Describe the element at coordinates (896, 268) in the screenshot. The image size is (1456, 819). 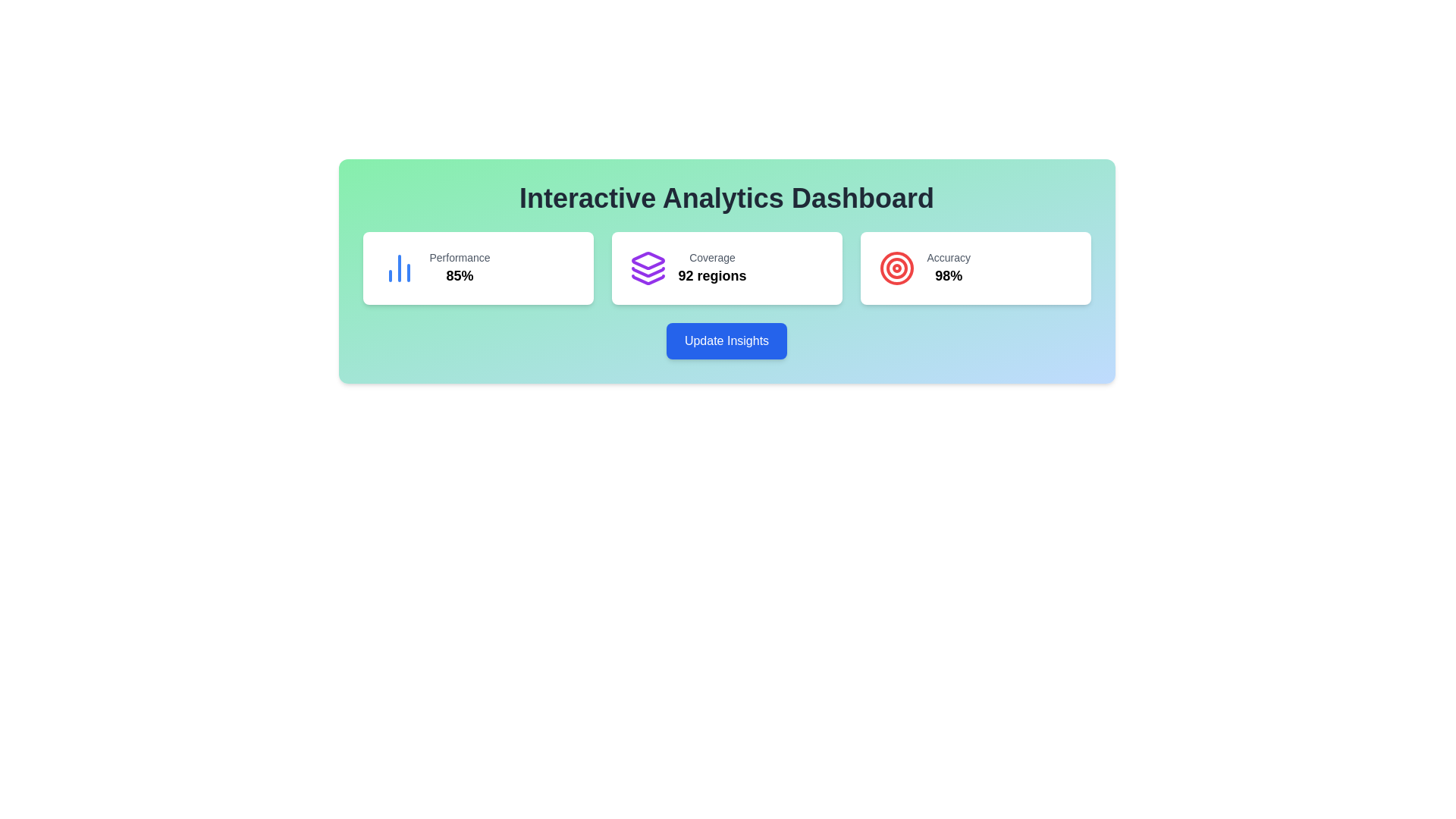
I see `the second innermost circle of the target icon in the 'Accuracy' metric display, which serves as a visual cue for precision` at that location.